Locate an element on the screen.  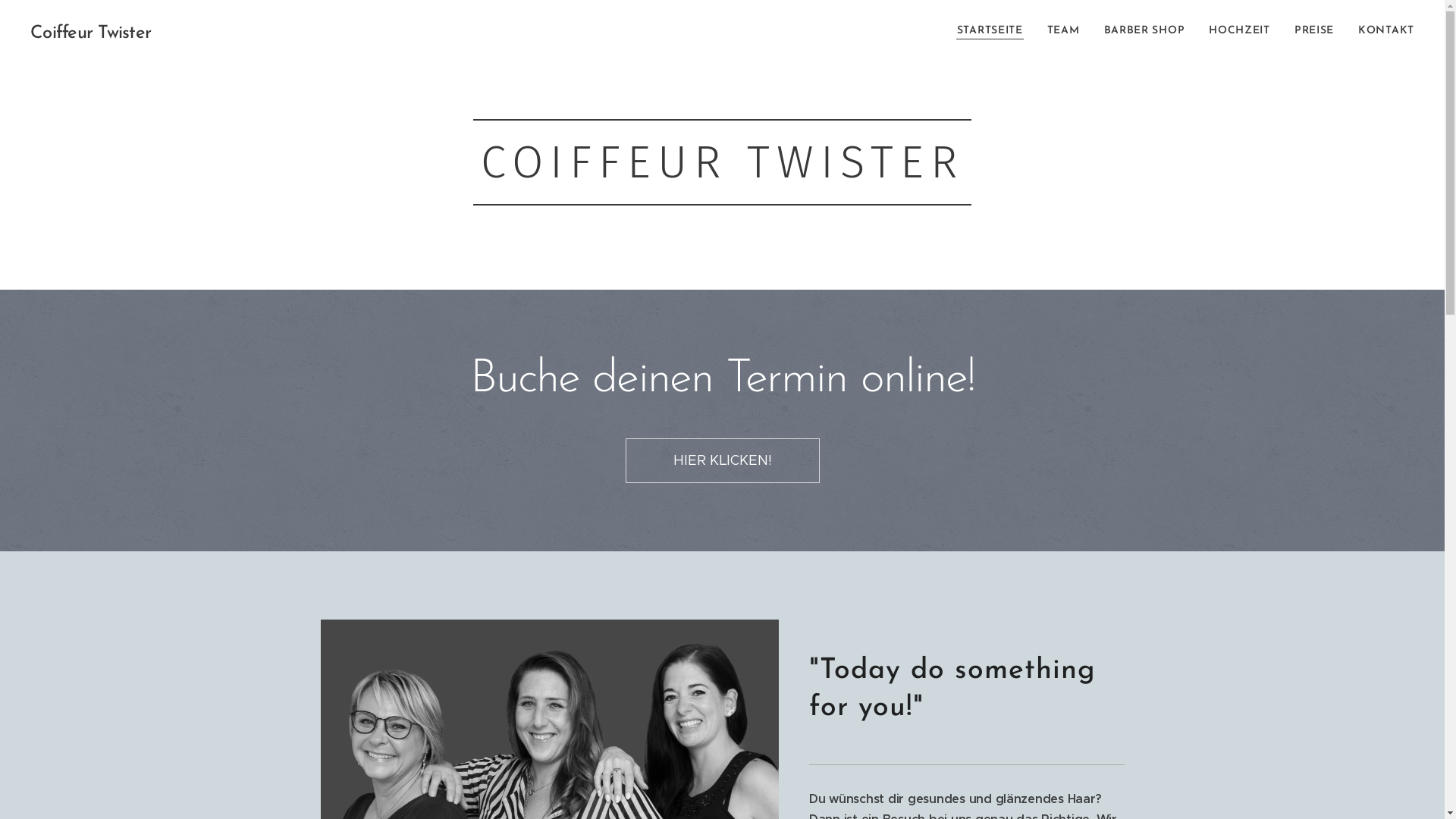
'TEAM' is located at coordinates (1062, 31).